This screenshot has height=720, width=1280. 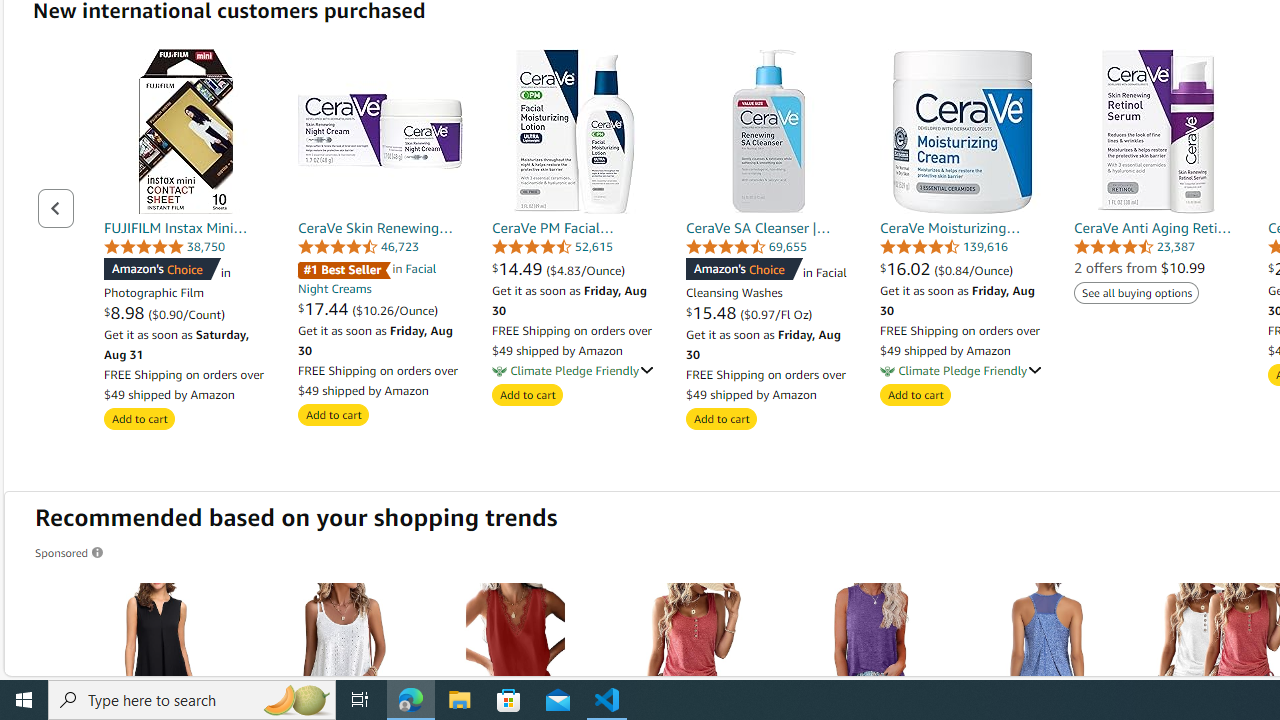 What do you see at coordinates (906, 267) in the screenshot?
I see `'$16.02 '` at bounding box center [906, 267].